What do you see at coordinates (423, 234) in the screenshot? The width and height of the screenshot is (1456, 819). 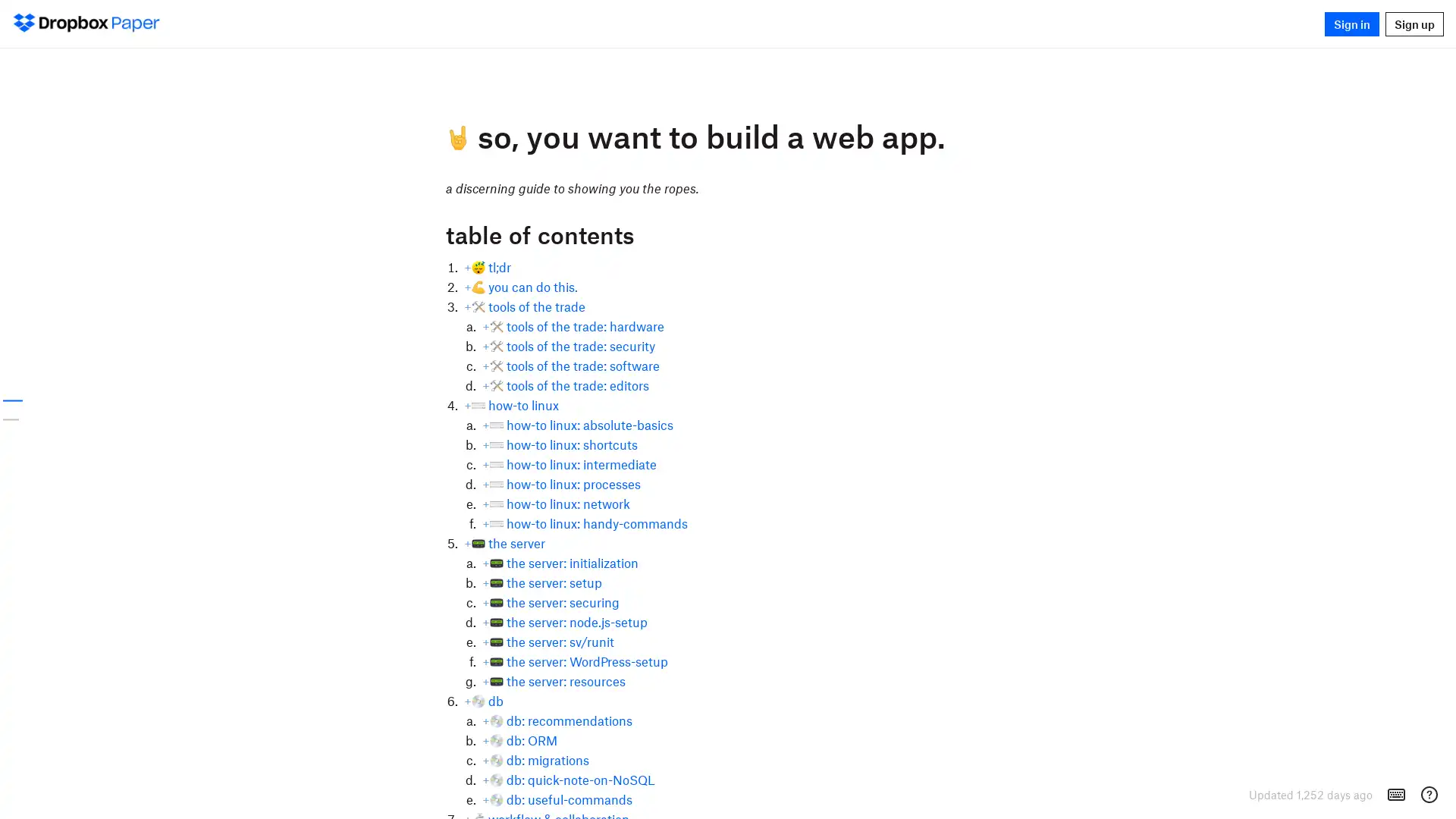 I see `Copy Paper doc link` at bounding box center [423, 234].